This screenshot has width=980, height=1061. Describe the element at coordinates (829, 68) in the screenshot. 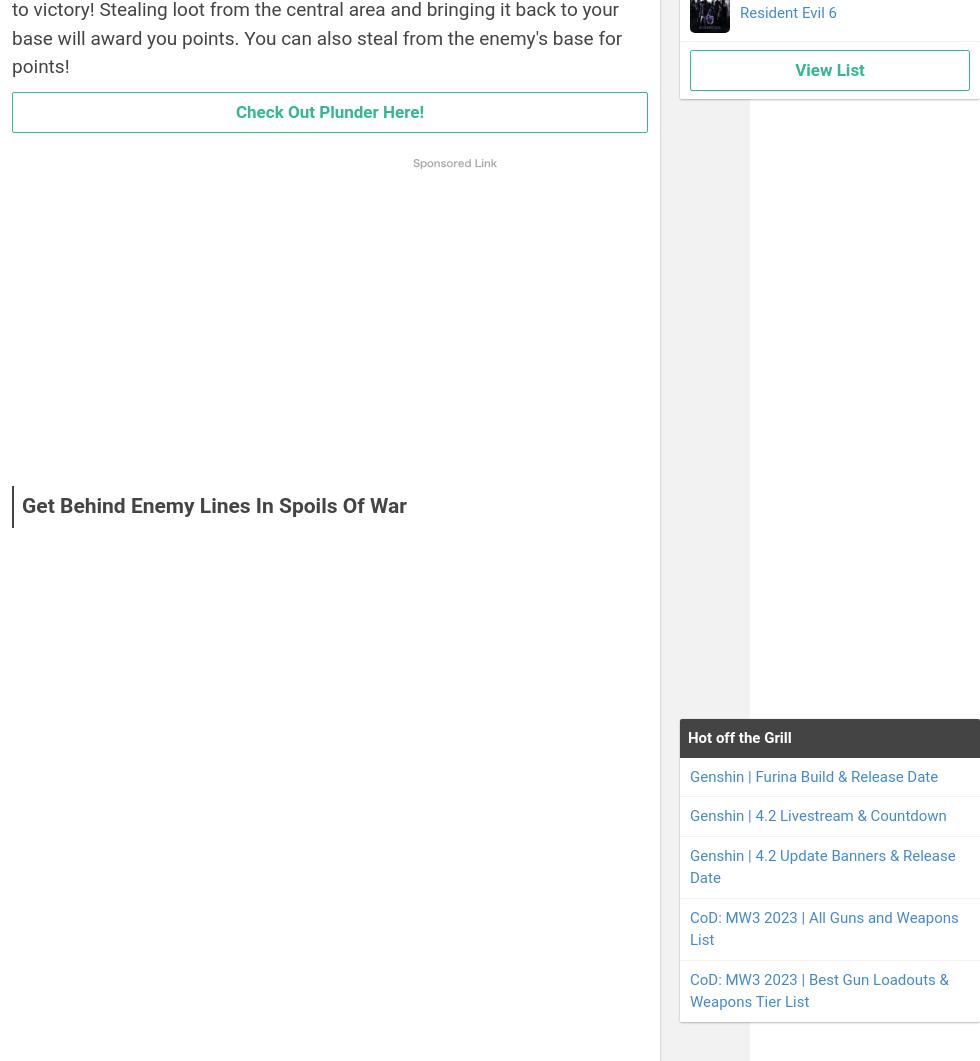

I see `'View List'` at that location.